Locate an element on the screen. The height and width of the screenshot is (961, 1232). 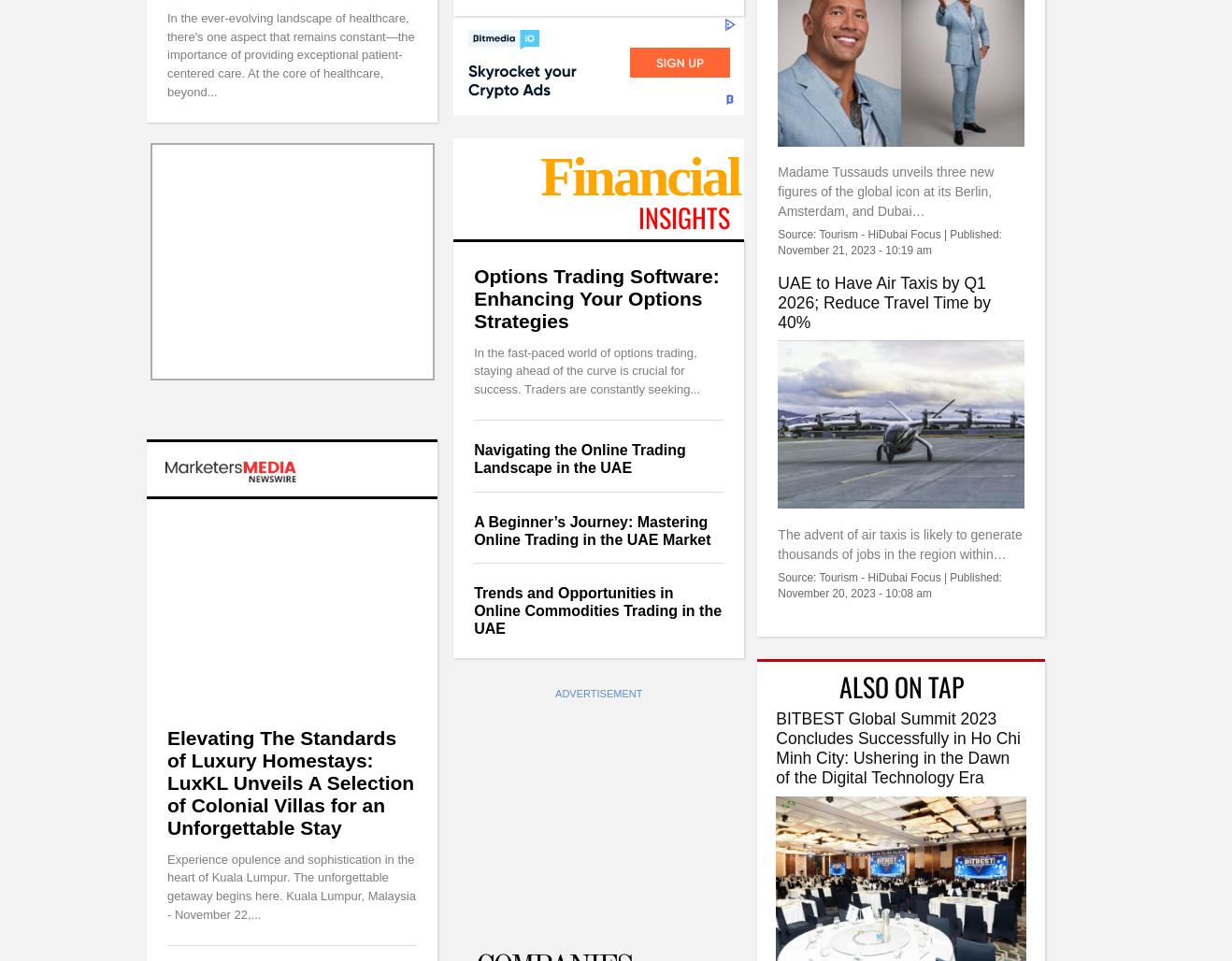
'BITBEST Global Summit 2023 Concludes Successfully in Ho Chi Minh City: Ushering in the Dawn of the Digital Technology Era' is located at coordinates (896, 748).